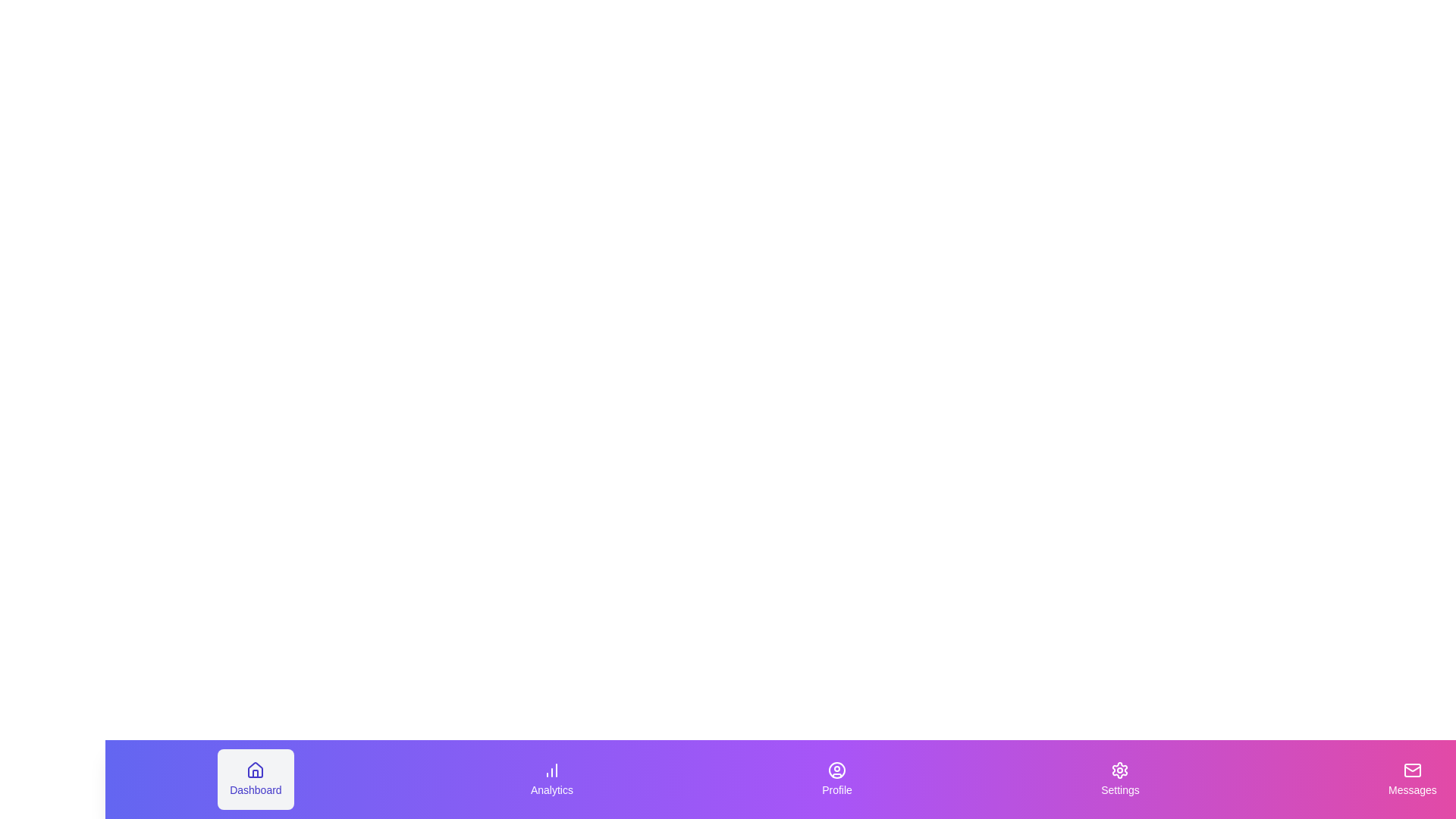 The width and height of the screenshot is (1456, 819). I want to click on the Settings tab to activate it, so click(1120, 780).